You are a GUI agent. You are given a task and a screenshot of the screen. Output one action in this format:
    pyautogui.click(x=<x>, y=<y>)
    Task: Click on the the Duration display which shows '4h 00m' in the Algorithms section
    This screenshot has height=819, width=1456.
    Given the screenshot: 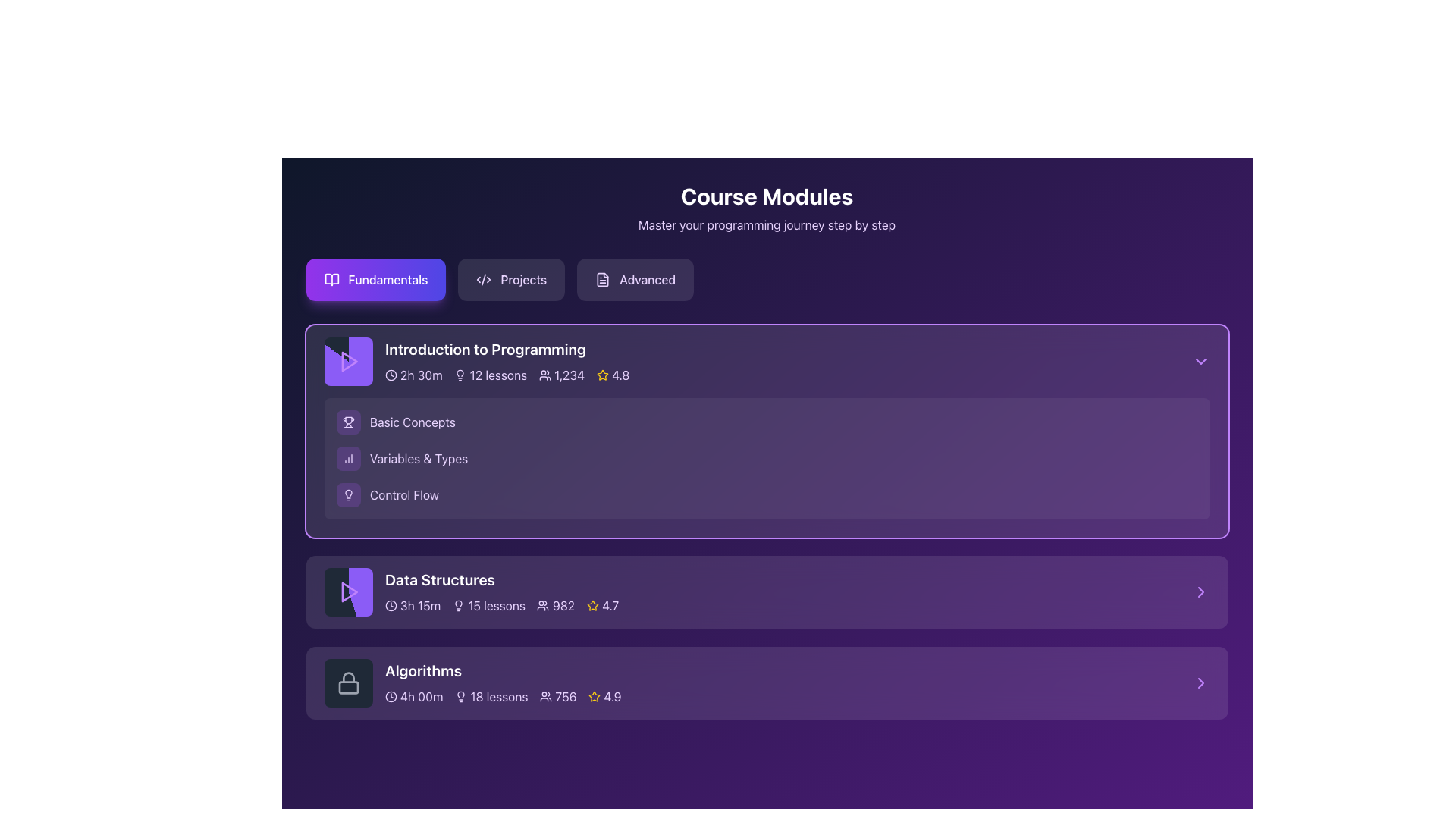 What is the action you would take?
    pyautogui.click(x=413, y=696)
    